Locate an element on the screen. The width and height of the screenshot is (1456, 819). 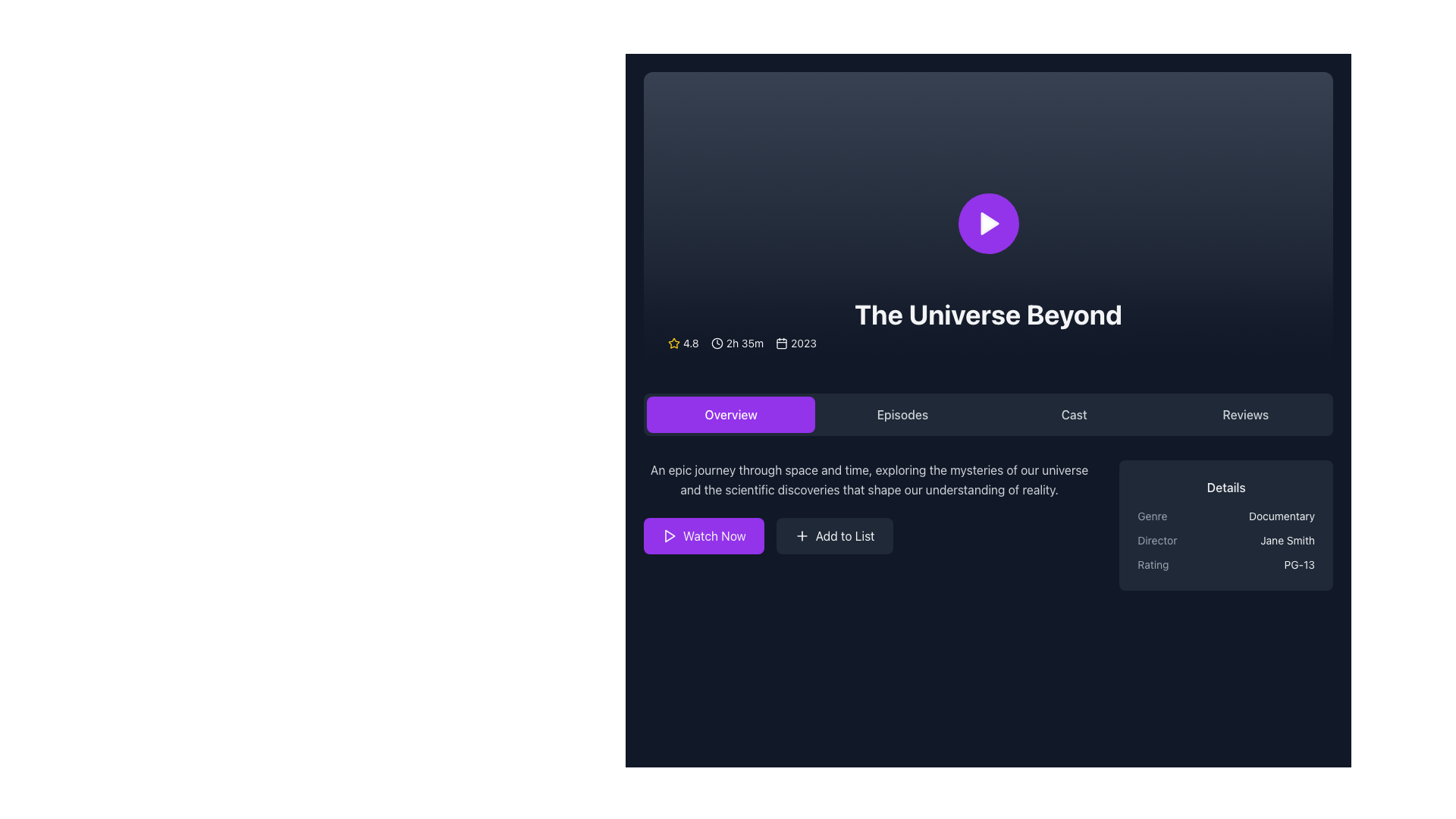
the 'Add to List' icon located to the left of the text label within the button in the bottom-right section of the content area is located at coordinates (801, 535).